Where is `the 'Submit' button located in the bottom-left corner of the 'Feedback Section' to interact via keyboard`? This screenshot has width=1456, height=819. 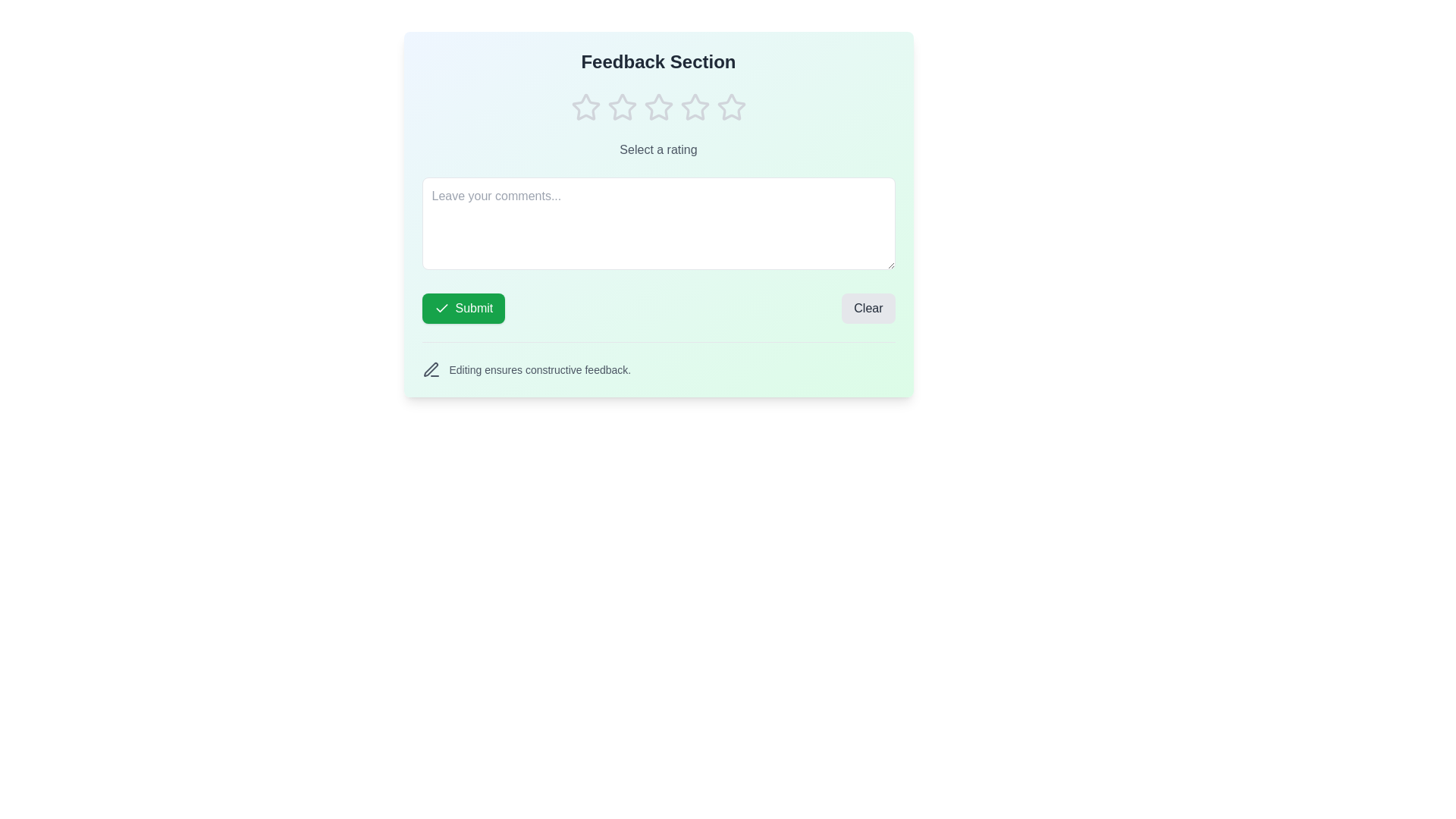
the 'Submit' button located in the bottom-left corner of the 'Feedback Section' to interact via keyboard is located at coordinates (463, 308).